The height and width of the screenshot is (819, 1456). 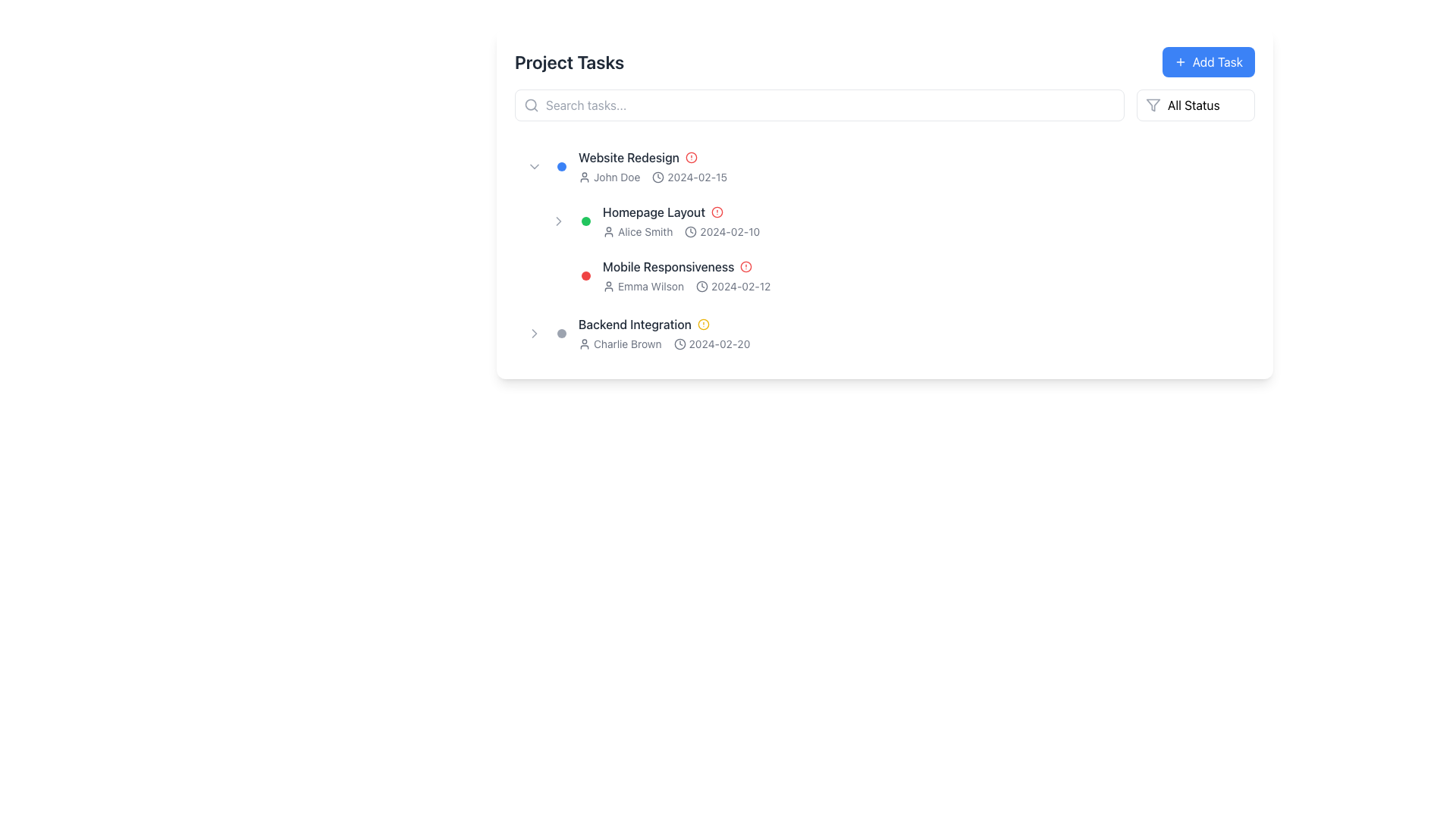 What do you see at coordinates (531, 104) in the screenshot?
I see `the circle element of the search icon located on the left side of the white search bar at the top of the 'Project Tasks' card` at bounding box center [531, 104].